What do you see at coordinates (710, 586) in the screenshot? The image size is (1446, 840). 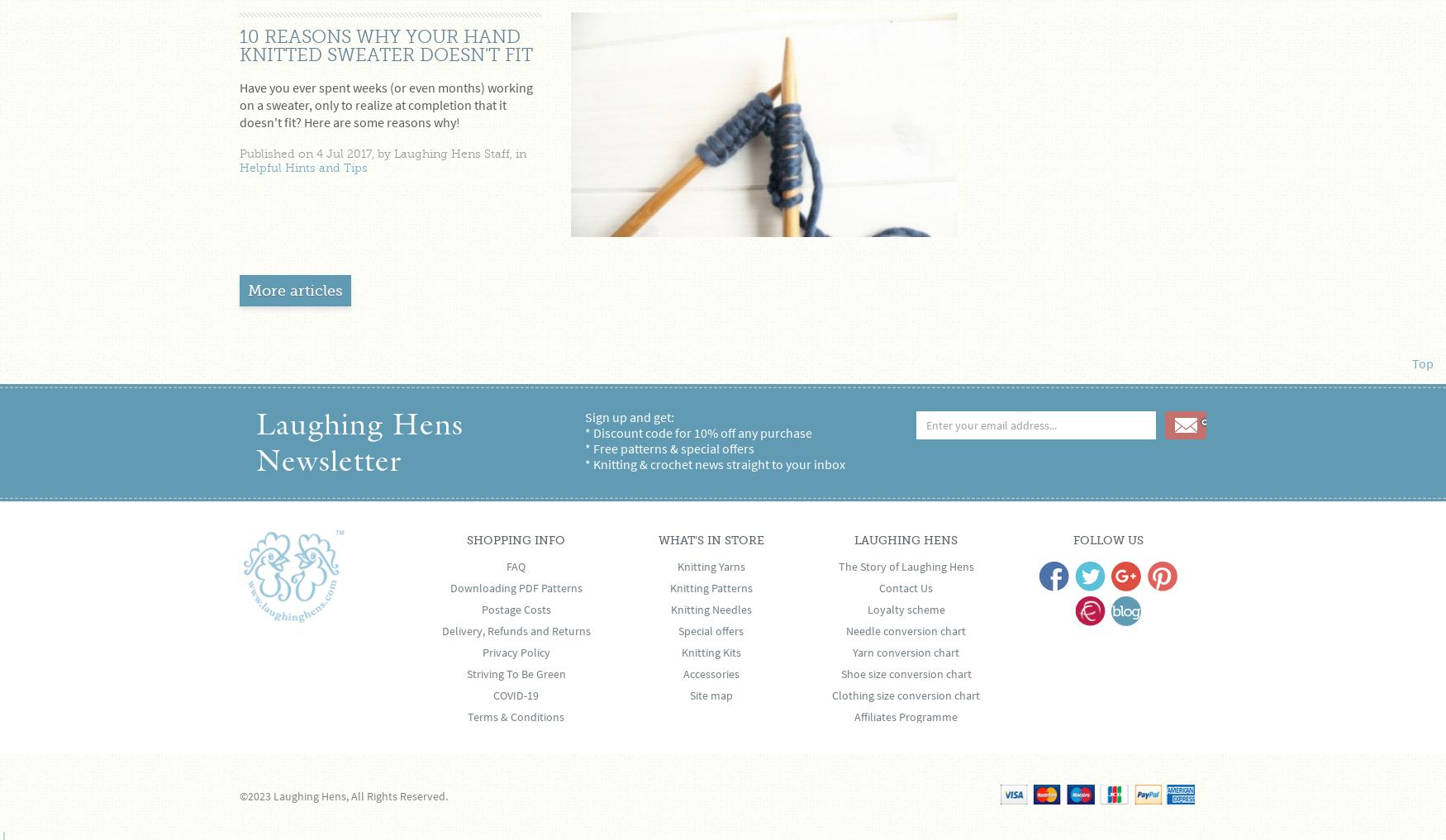 I see `'Knitting Patterns'` at bounding box center [710, 586].